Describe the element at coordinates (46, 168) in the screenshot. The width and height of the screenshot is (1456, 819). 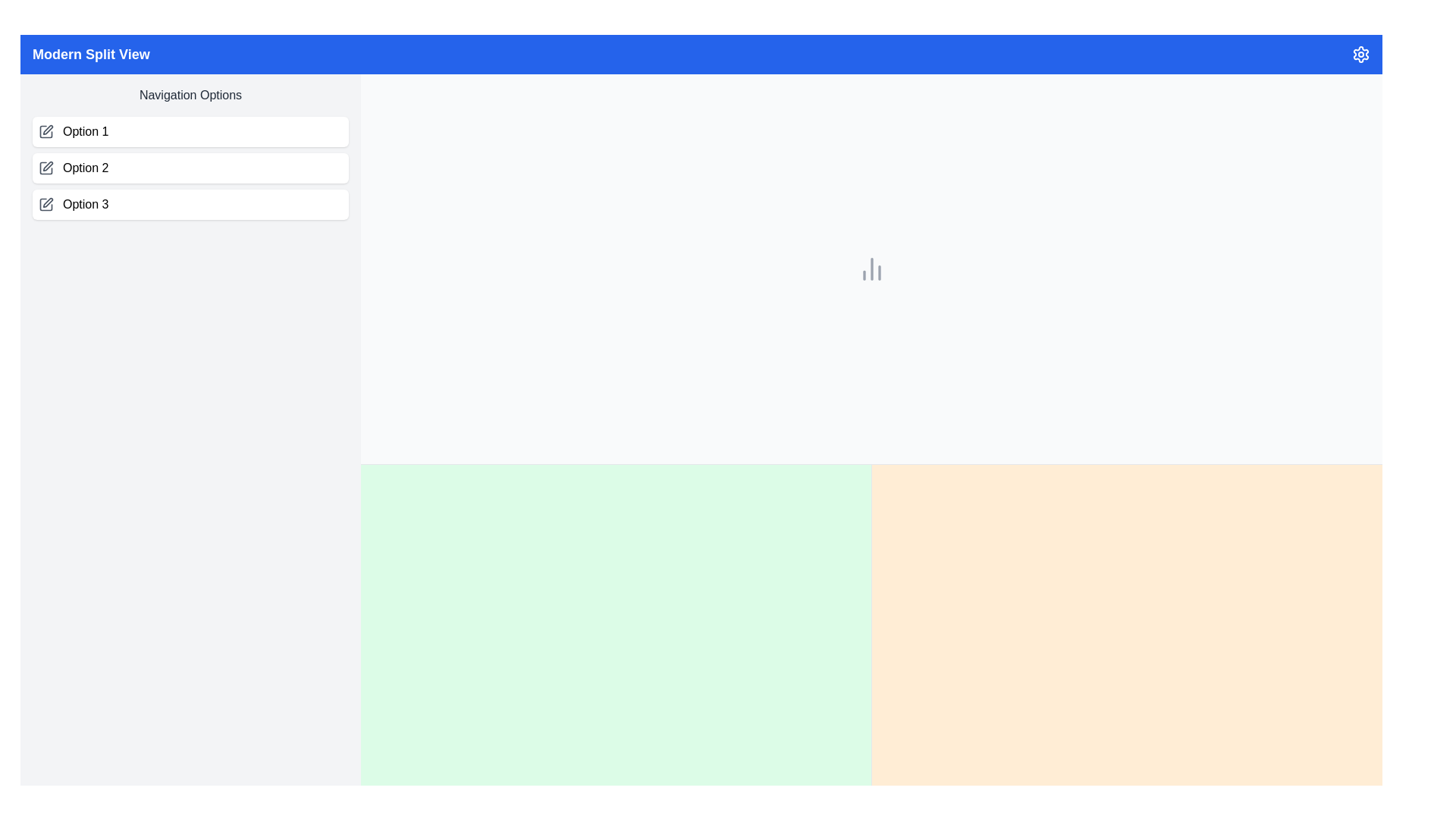
I see `the gray square pen icon located to the left of the text 'Option 2' in the sidebar navigation to initiate an edit action` at that location.